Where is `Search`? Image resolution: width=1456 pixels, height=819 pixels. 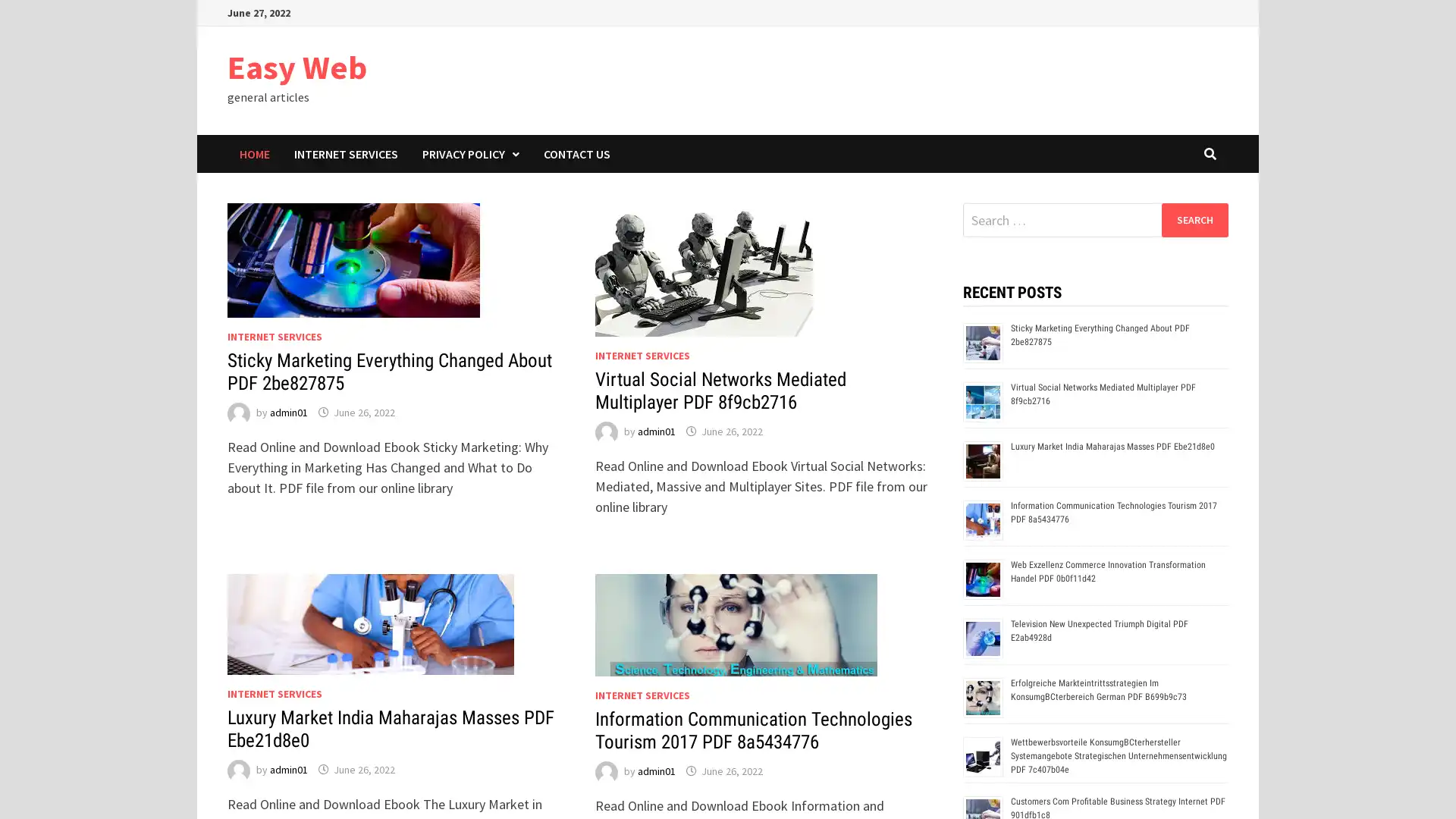
Search is located at coordinates (1194, 219).